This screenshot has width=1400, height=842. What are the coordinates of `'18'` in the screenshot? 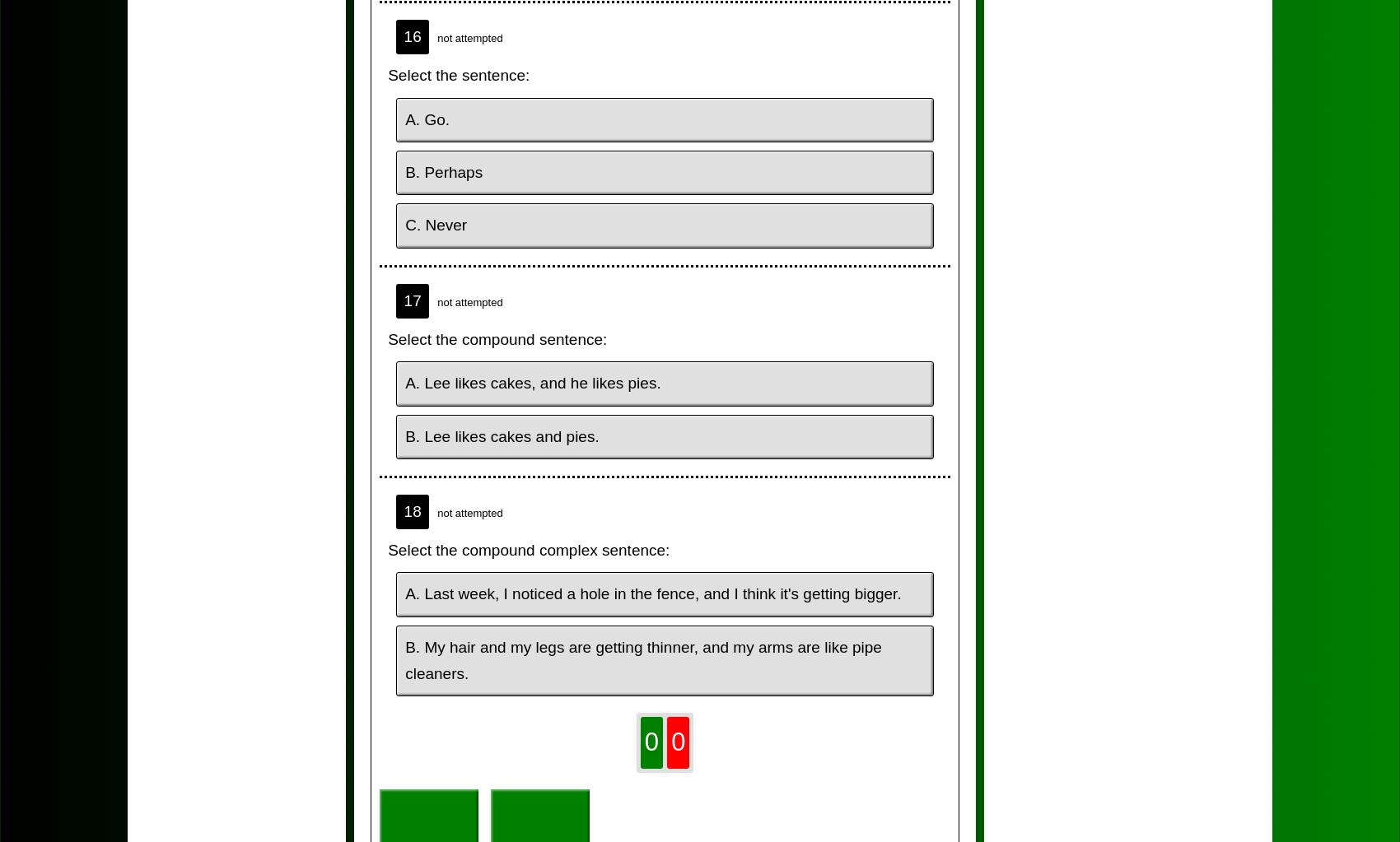 It's located at (412, 509).